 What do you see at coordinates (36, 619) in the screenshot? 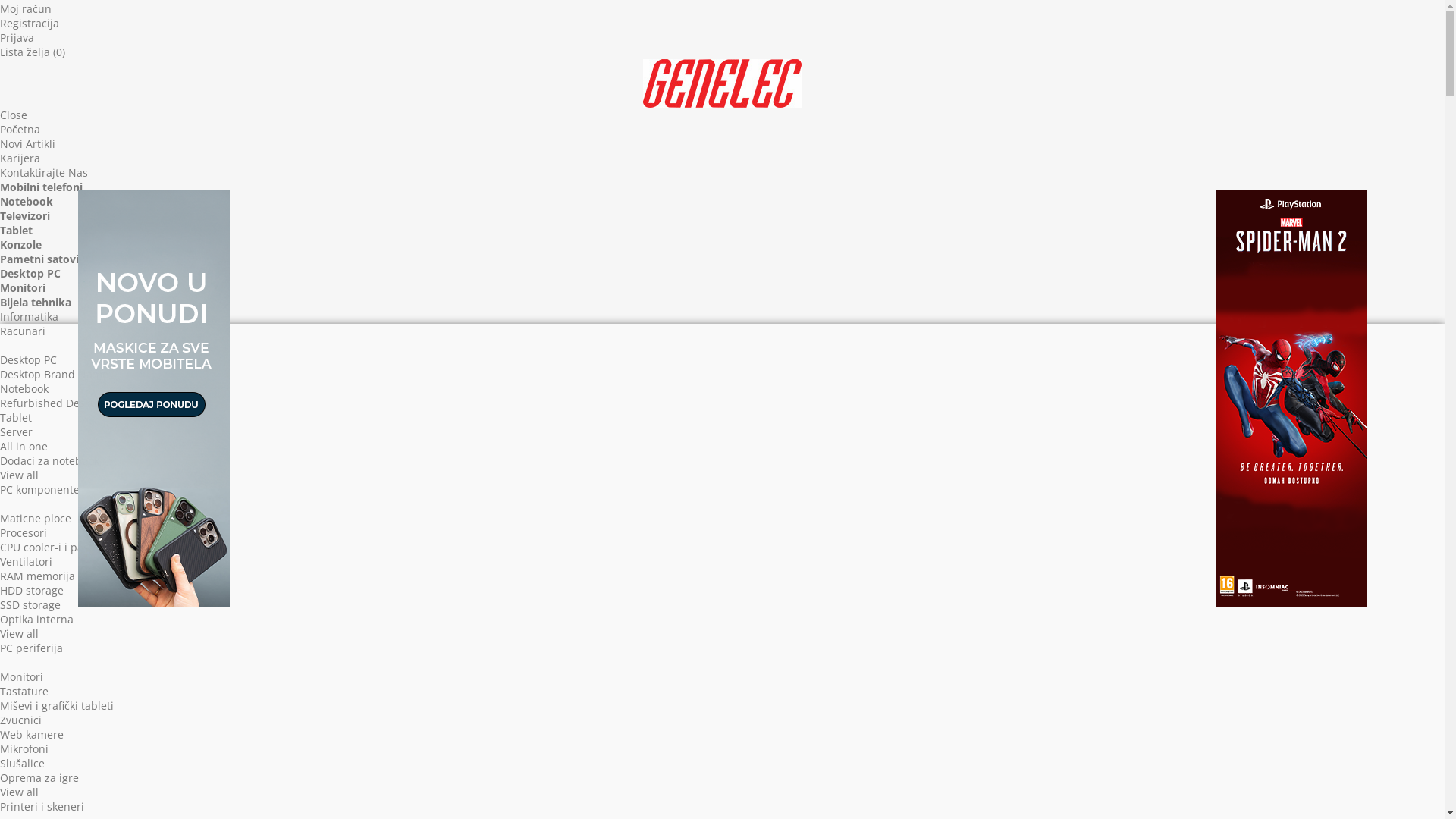
I see `'Optika interna'` at bounding box center [36, 619].